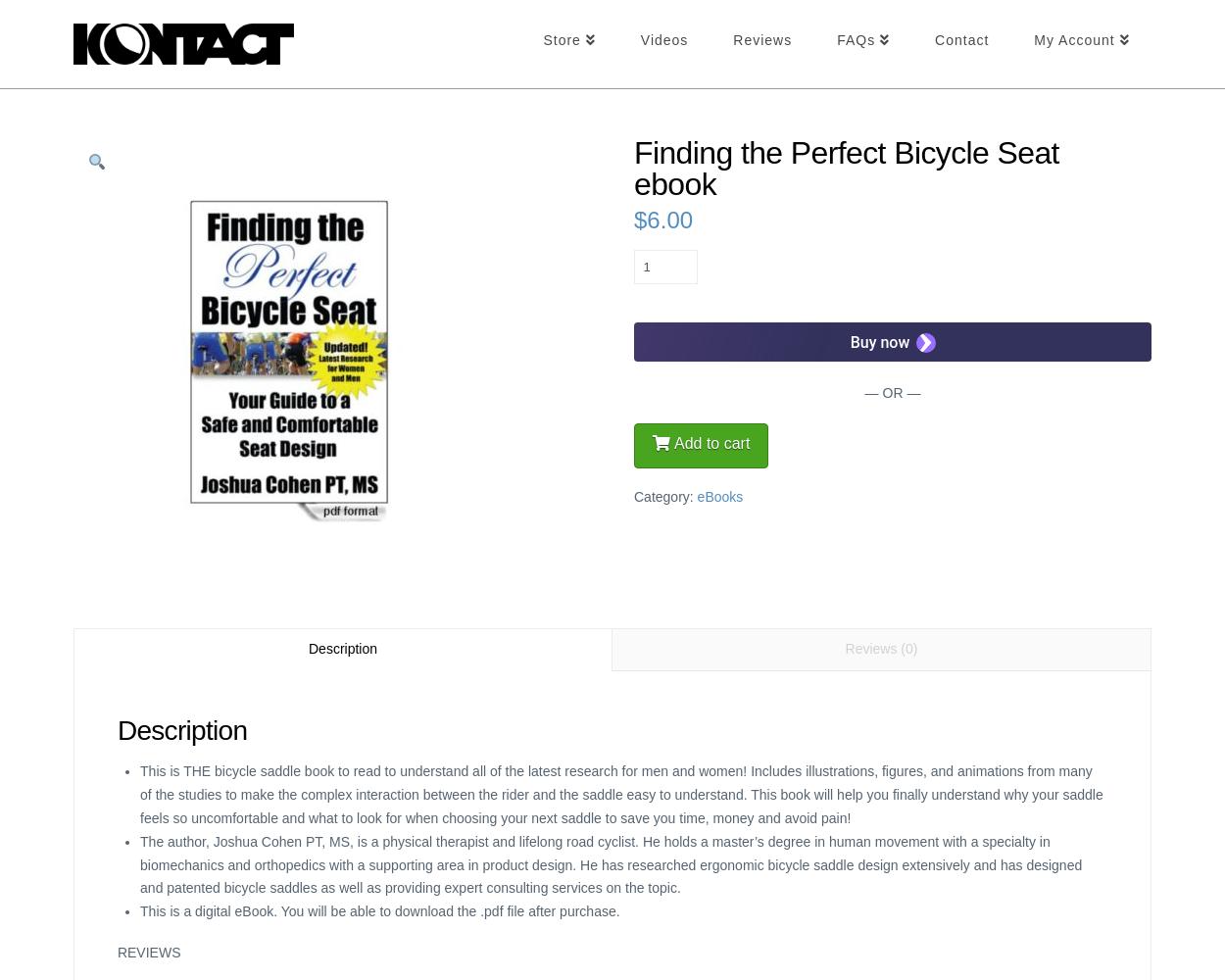 The width and height of the screenshot is (1225, 980). I want to click on 'Category:', so click(665, 497).